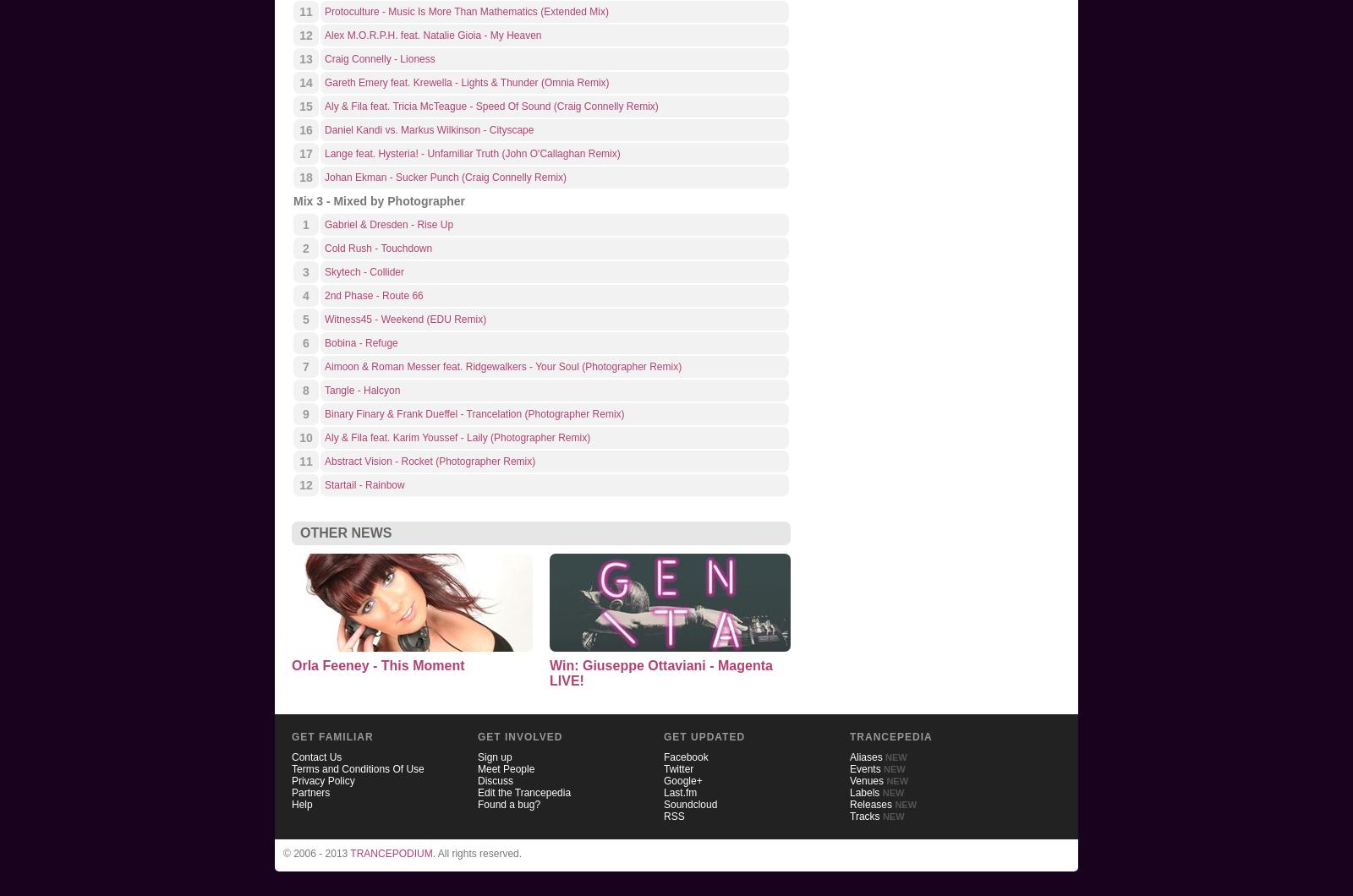  What do you see at coordinates (663, 781) in the screenshot?
I see `'Google+'` at bounding box center [663, 781].